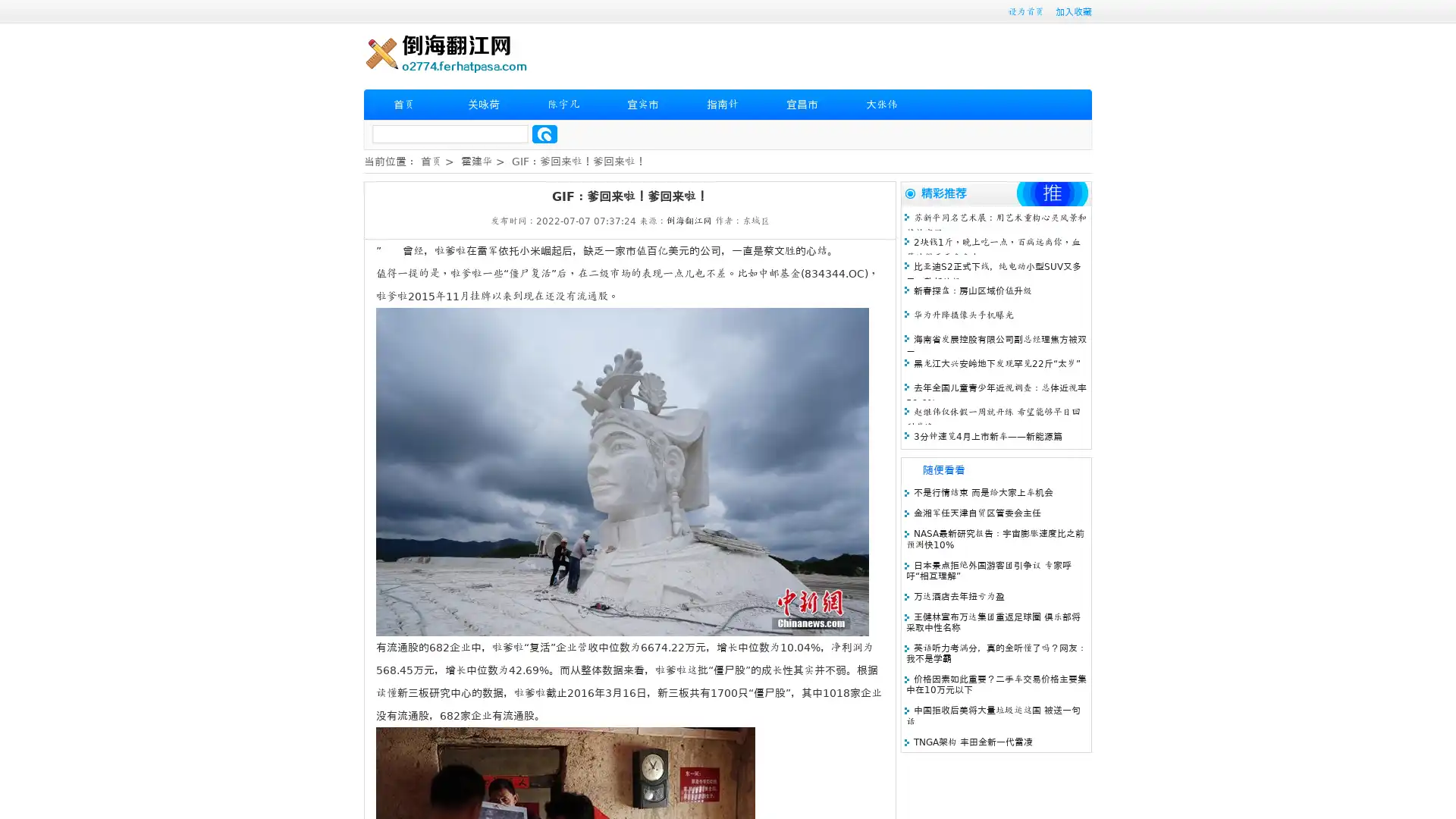 The image size is (1456, 819). I want to click on Search, so click(544, 133).